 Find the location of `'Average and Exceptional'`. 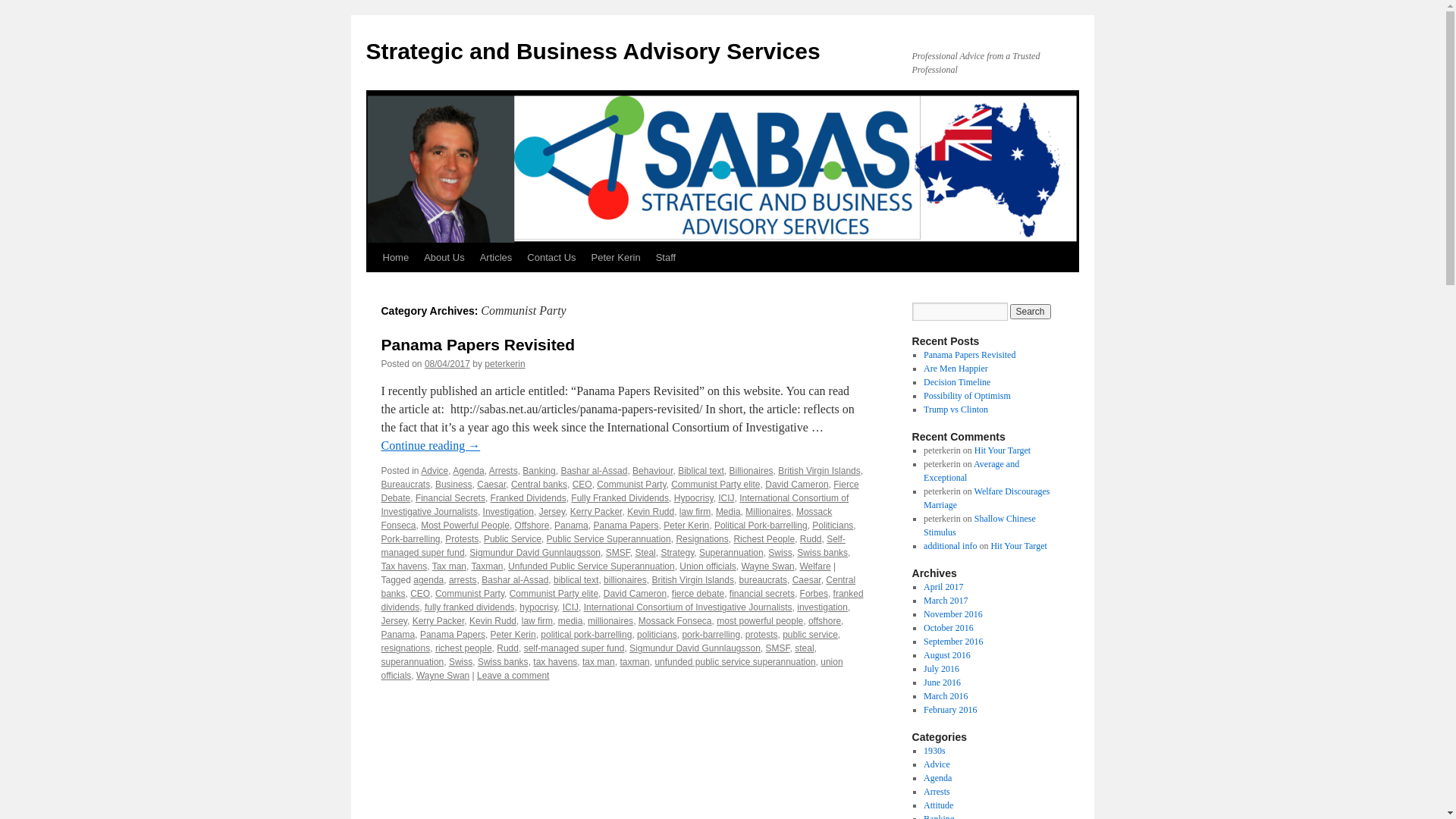

'Average and Exceptional' is located at coordinates (971, 470).